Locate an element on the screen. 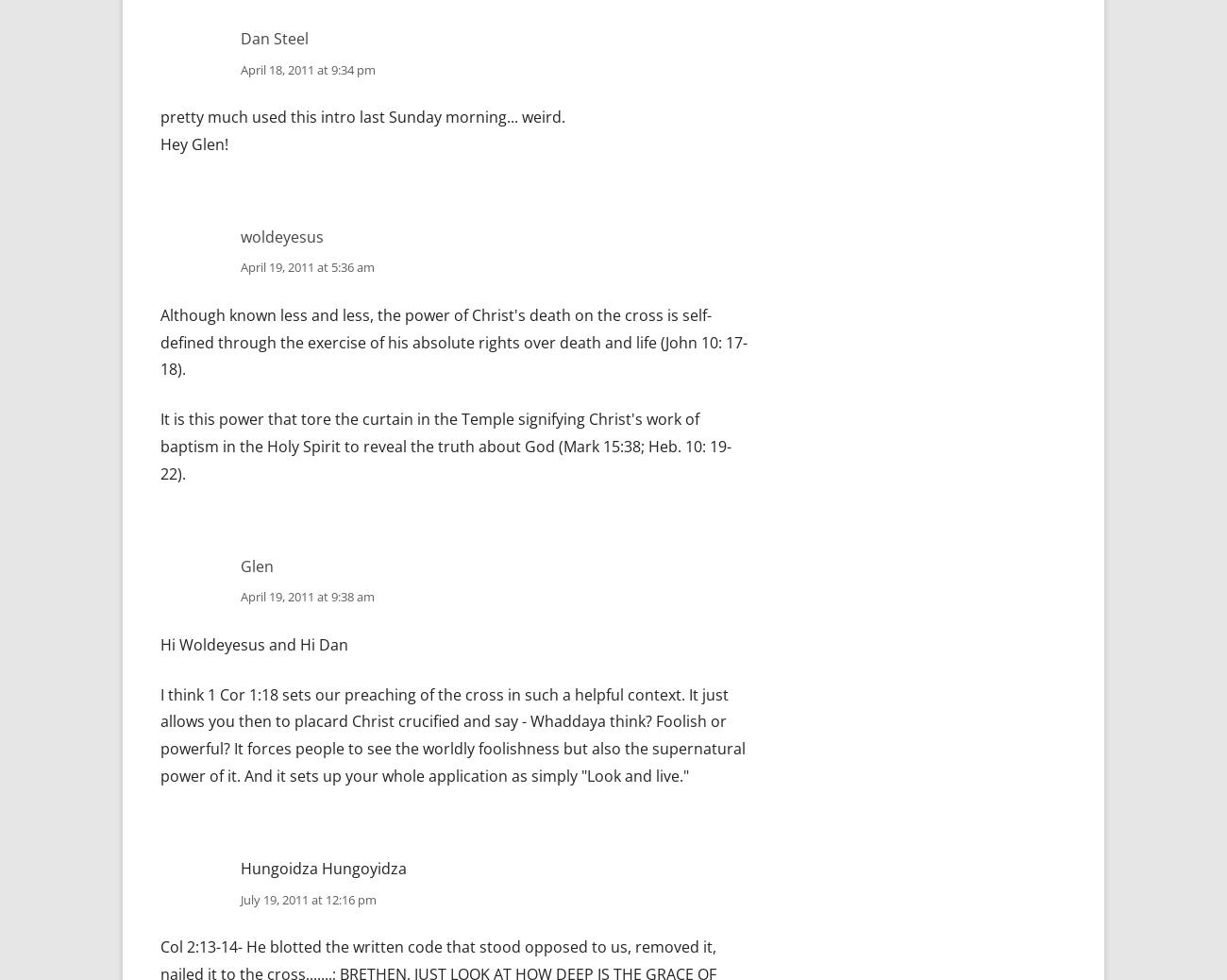  'Glen' is located at coordinates (240, 565).